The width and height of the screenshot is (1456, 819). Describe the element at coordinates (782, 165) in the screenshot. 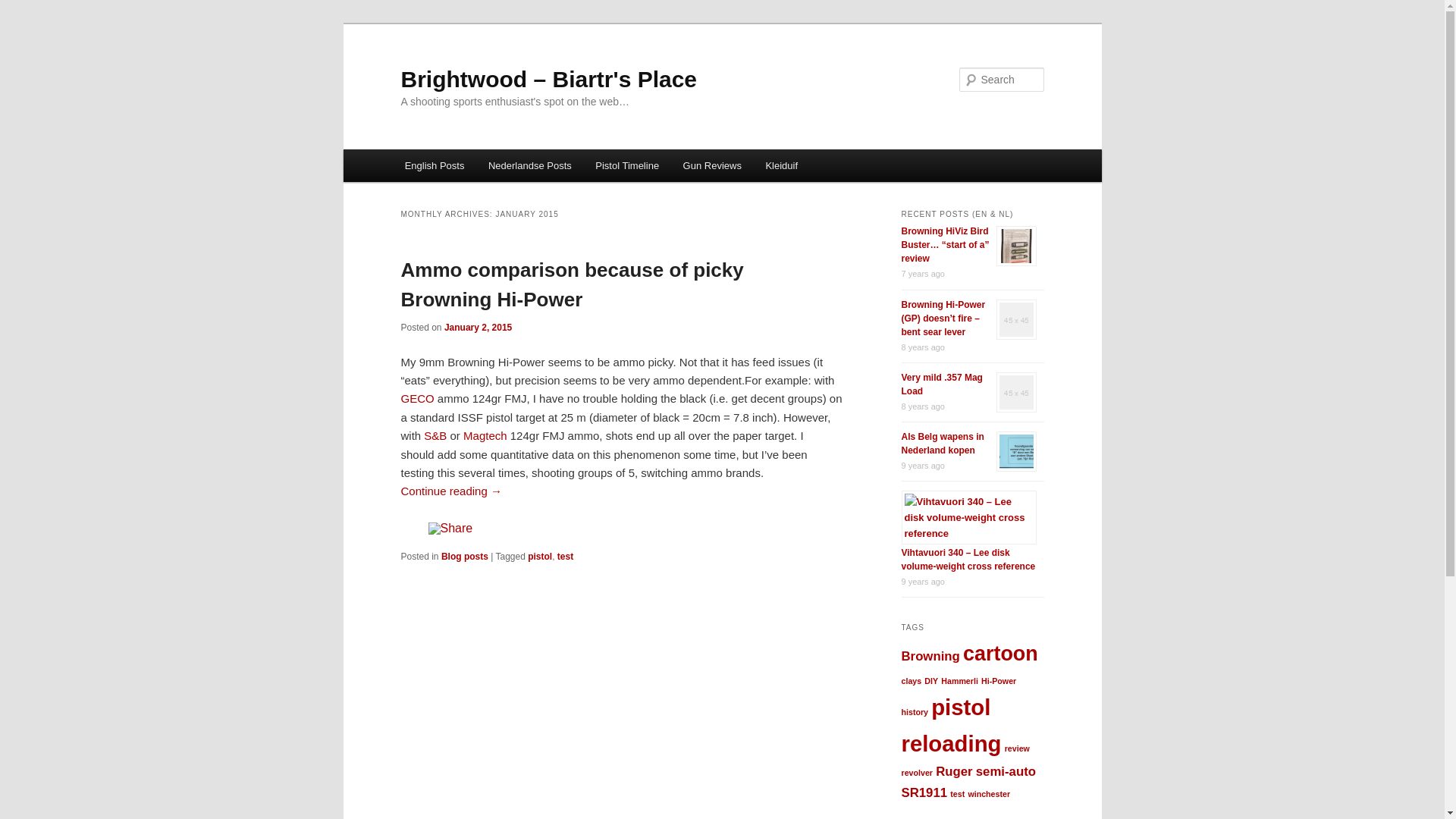

I see `'Kleiduif'` at that location.